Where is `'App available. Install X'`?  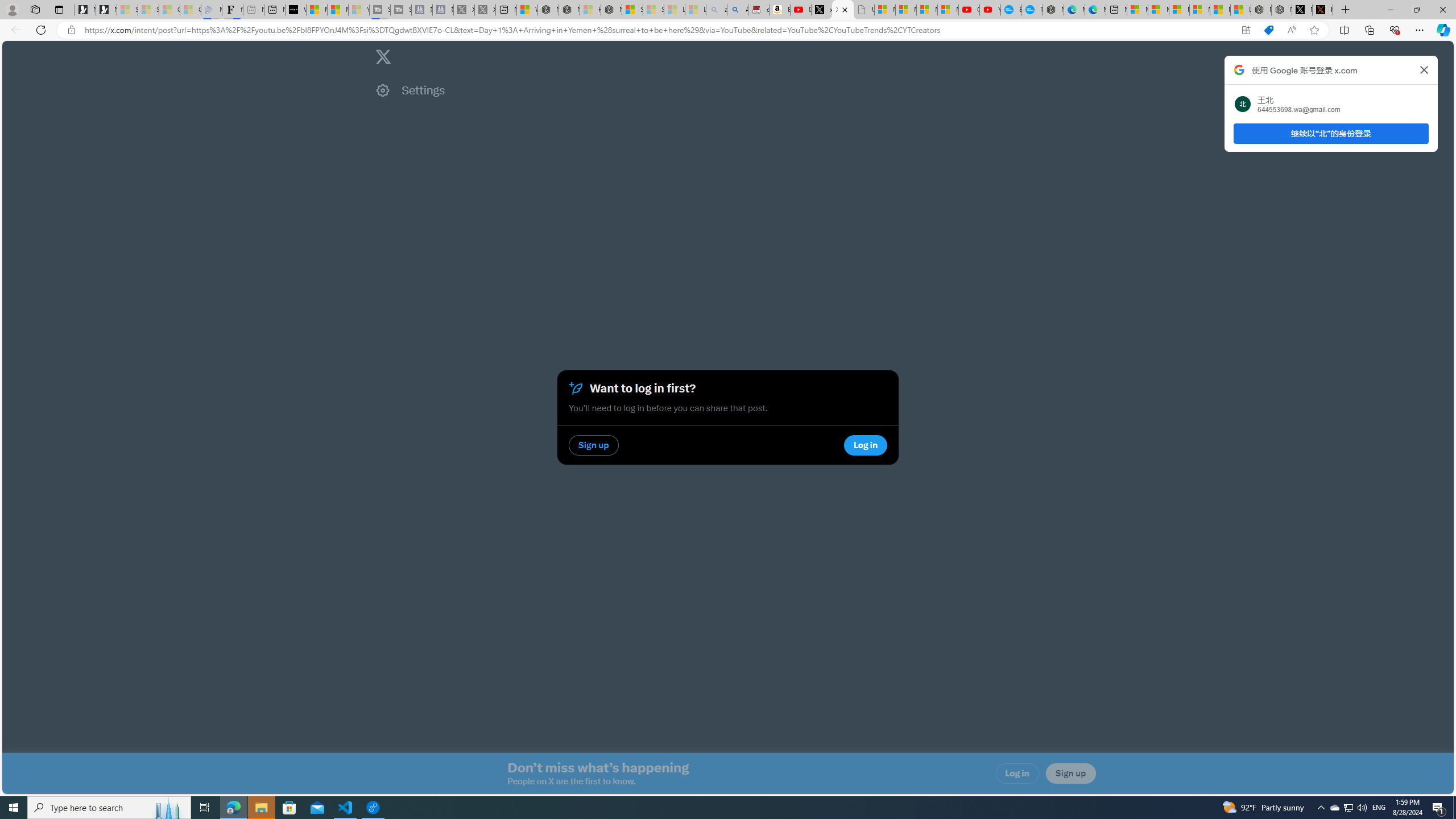 'App available. Install X' is located at coordinates (1246, 30).